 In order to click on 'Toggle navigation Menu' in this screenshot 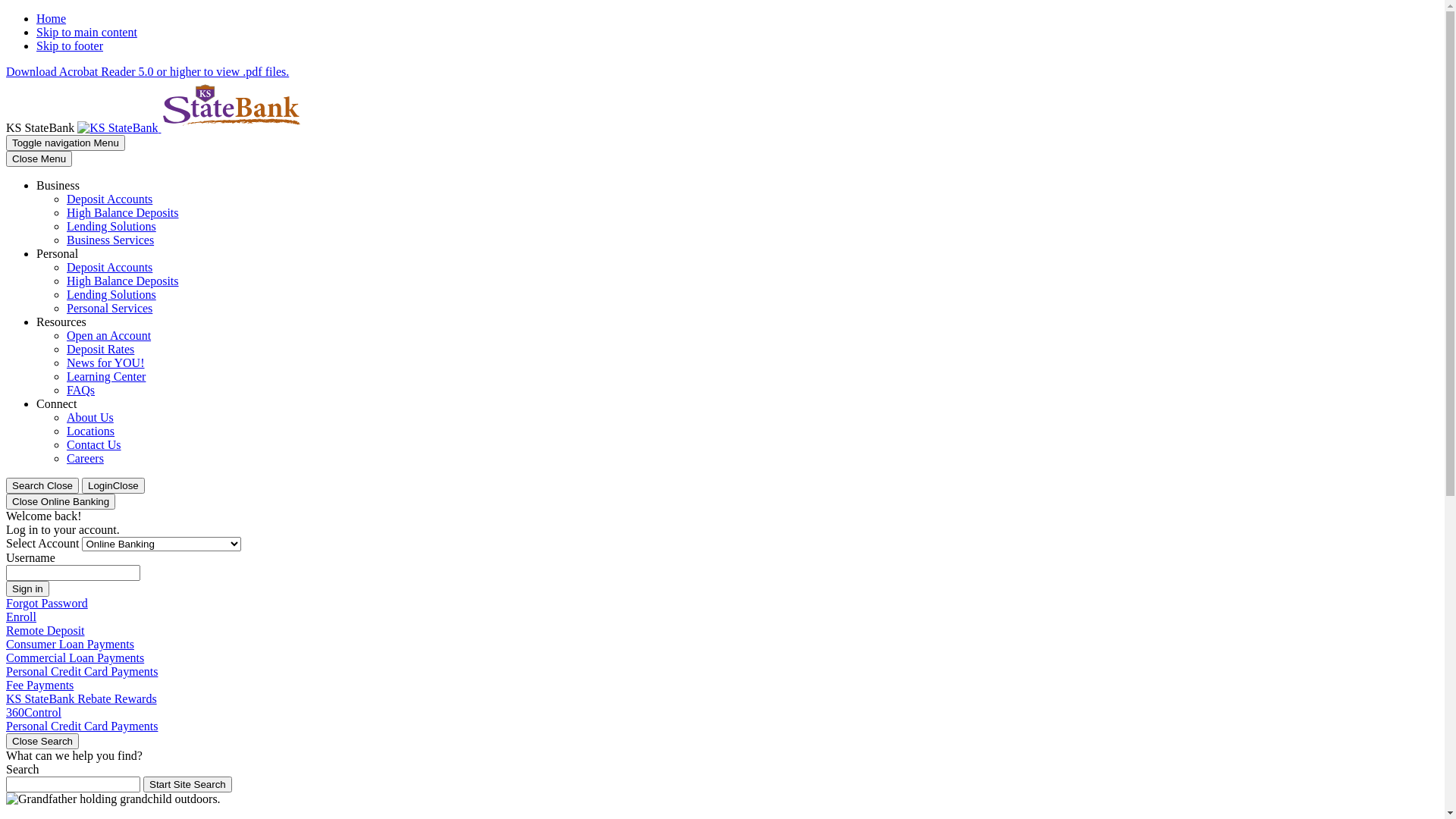, I will do `click(64, 143)`.